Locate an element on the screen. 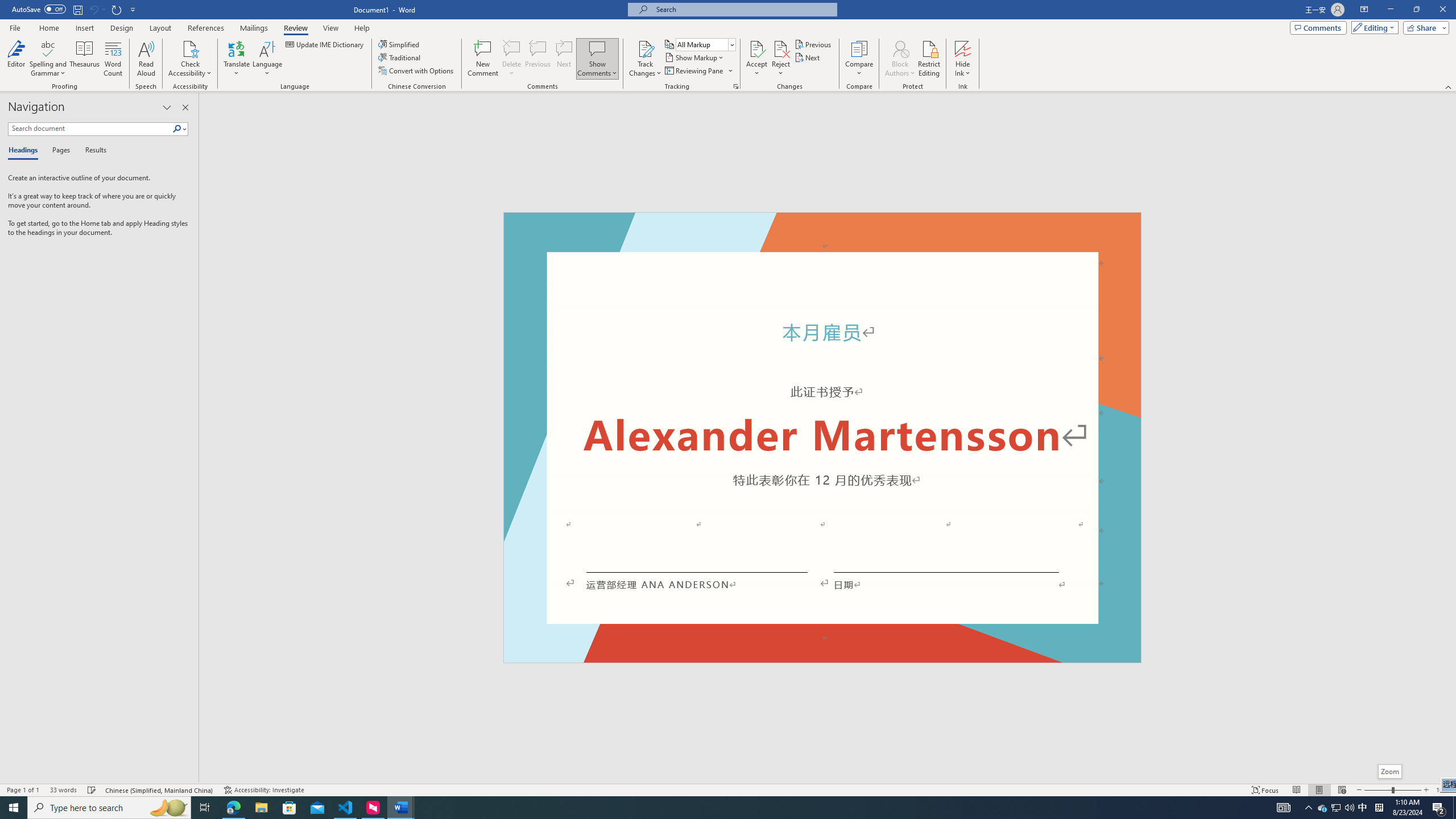 Image resolution: width=1456 pixels, height=819 pixels. 'Translate' is located at coordinates (237, 59).